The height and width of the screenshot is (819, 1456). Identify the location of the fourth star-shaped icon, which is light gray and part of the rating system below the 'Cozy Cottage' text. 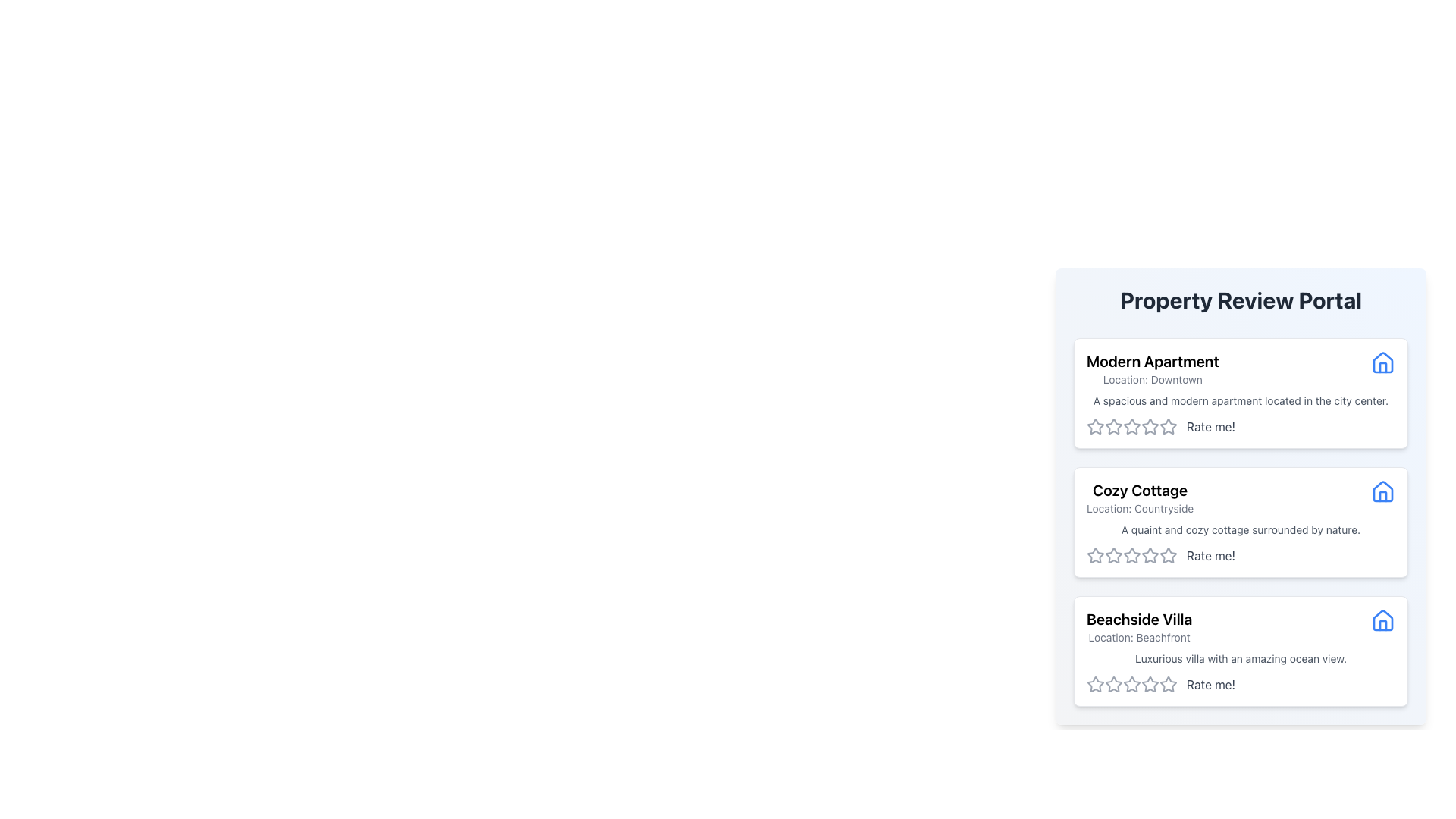
(1167, 555).